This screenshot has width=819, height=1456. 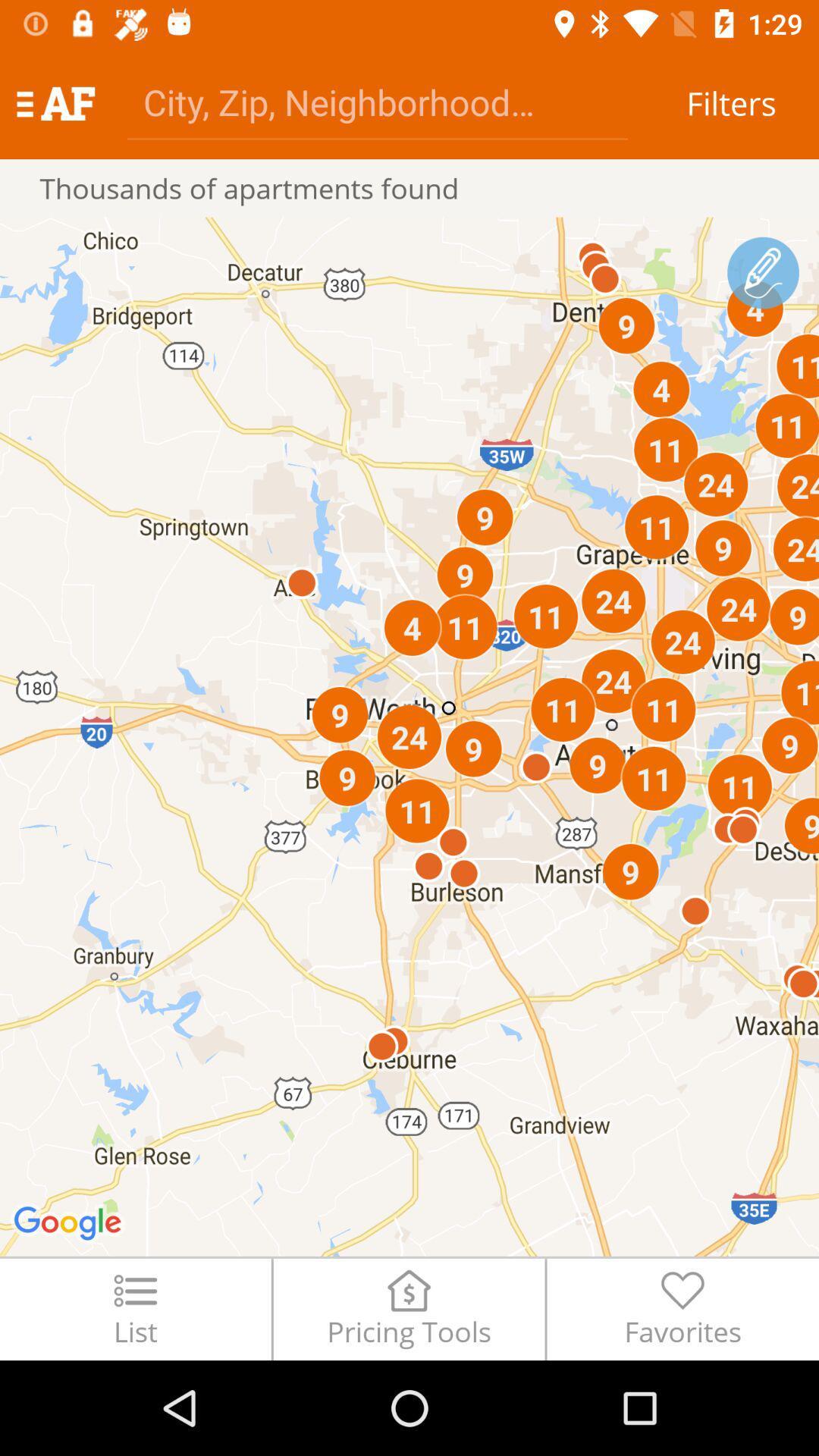 I want to click on the filters, so click(x=730, y=102).